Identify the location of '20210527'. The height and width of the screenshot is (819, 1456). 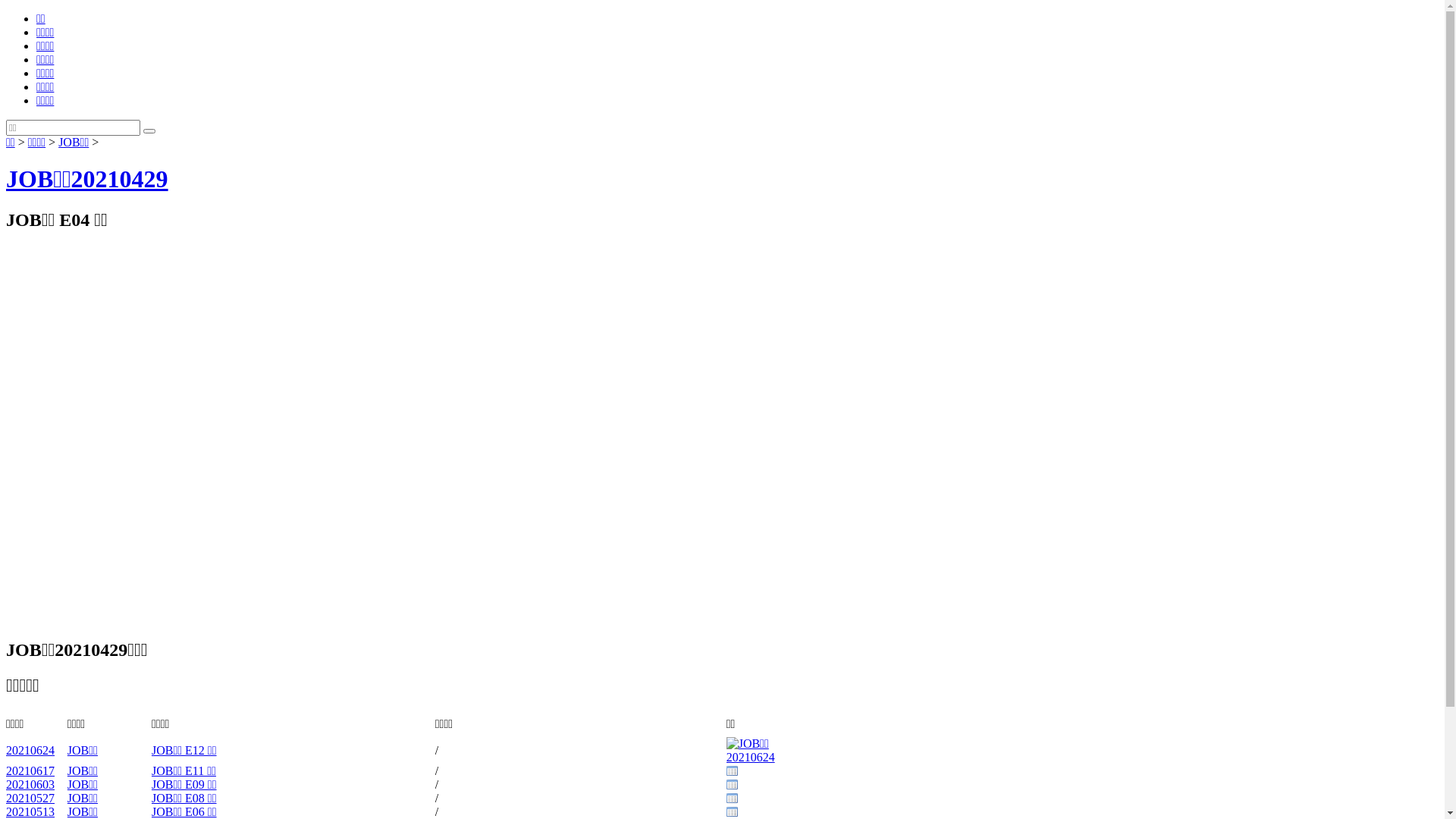
(30, 797).